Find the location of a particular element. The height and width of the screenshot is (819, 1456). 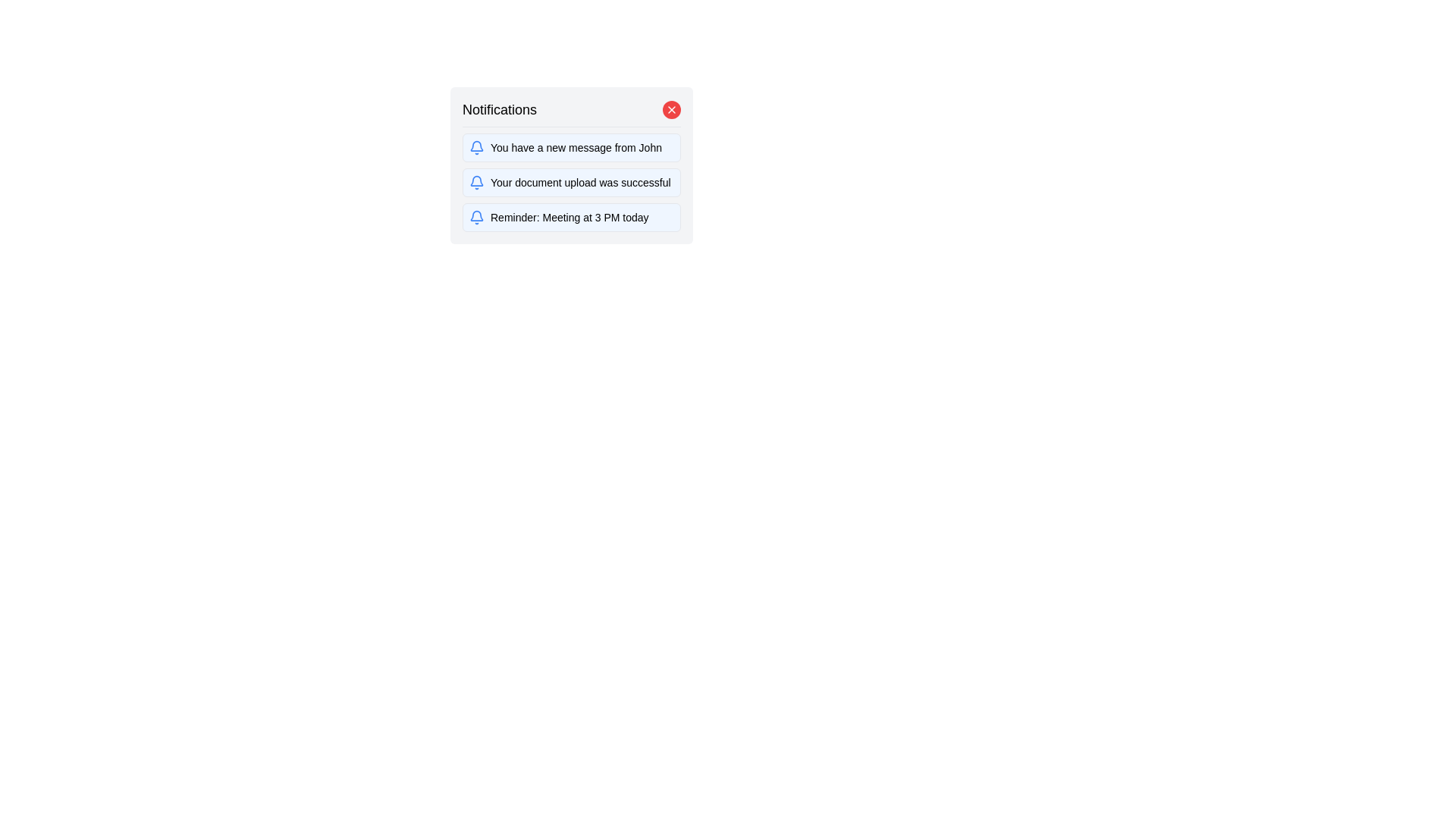

the blue notification bell icon located on the left side of the notification banner that contains the text 'Reminder: Meeting at 3 PM today.' is located at coordinates (475, 217).